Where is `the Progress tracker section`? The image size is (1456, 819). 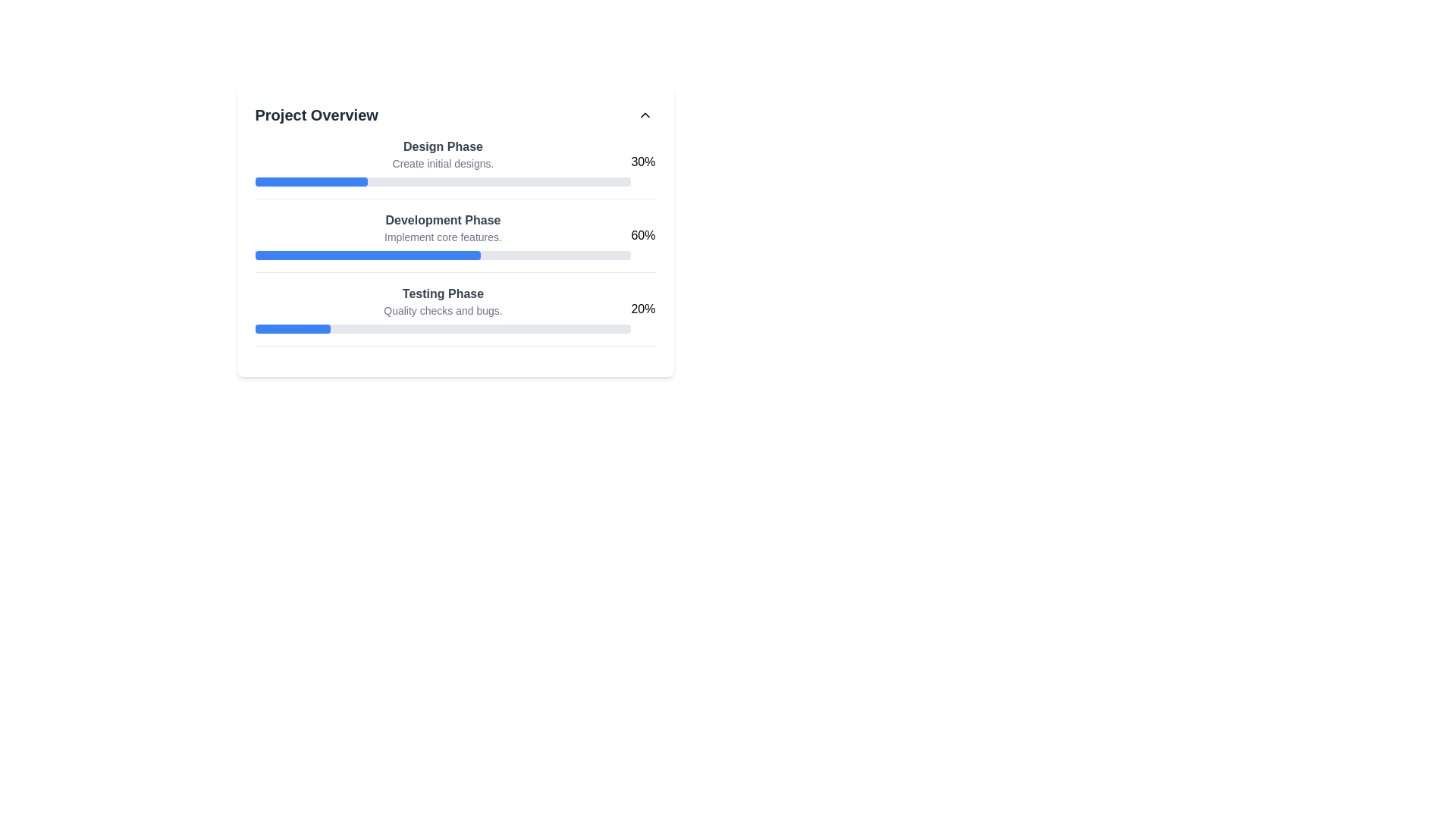
the Progress tracker section is located at coordinates (454, 241).